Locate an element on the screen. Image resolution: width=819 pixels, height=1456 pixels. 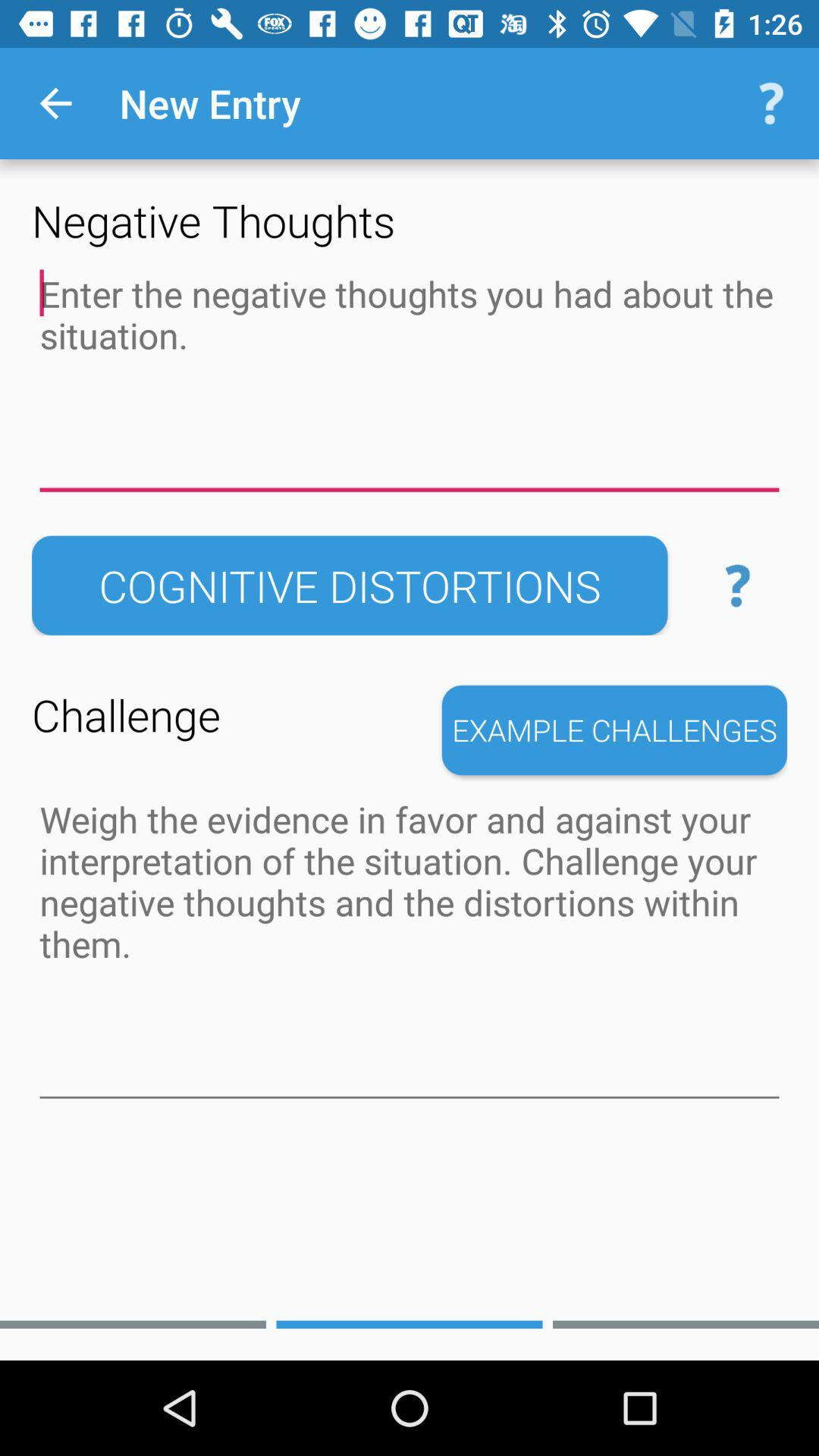
the example challenges icon is located at coordinates (614, 730).